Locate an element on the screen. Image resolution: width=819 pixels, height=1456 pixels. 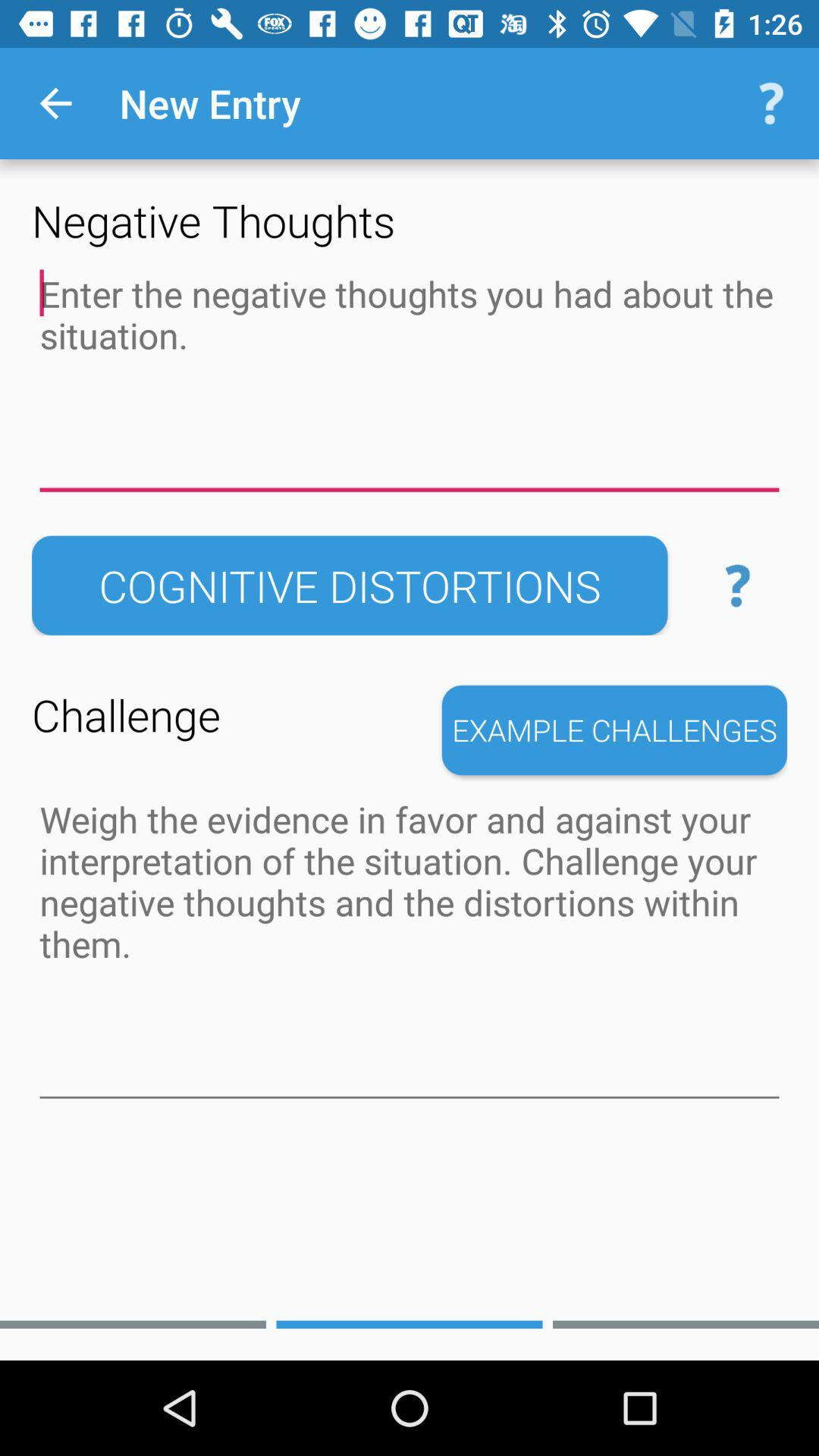
the example challenges icon is located at coordinates (614, 730).